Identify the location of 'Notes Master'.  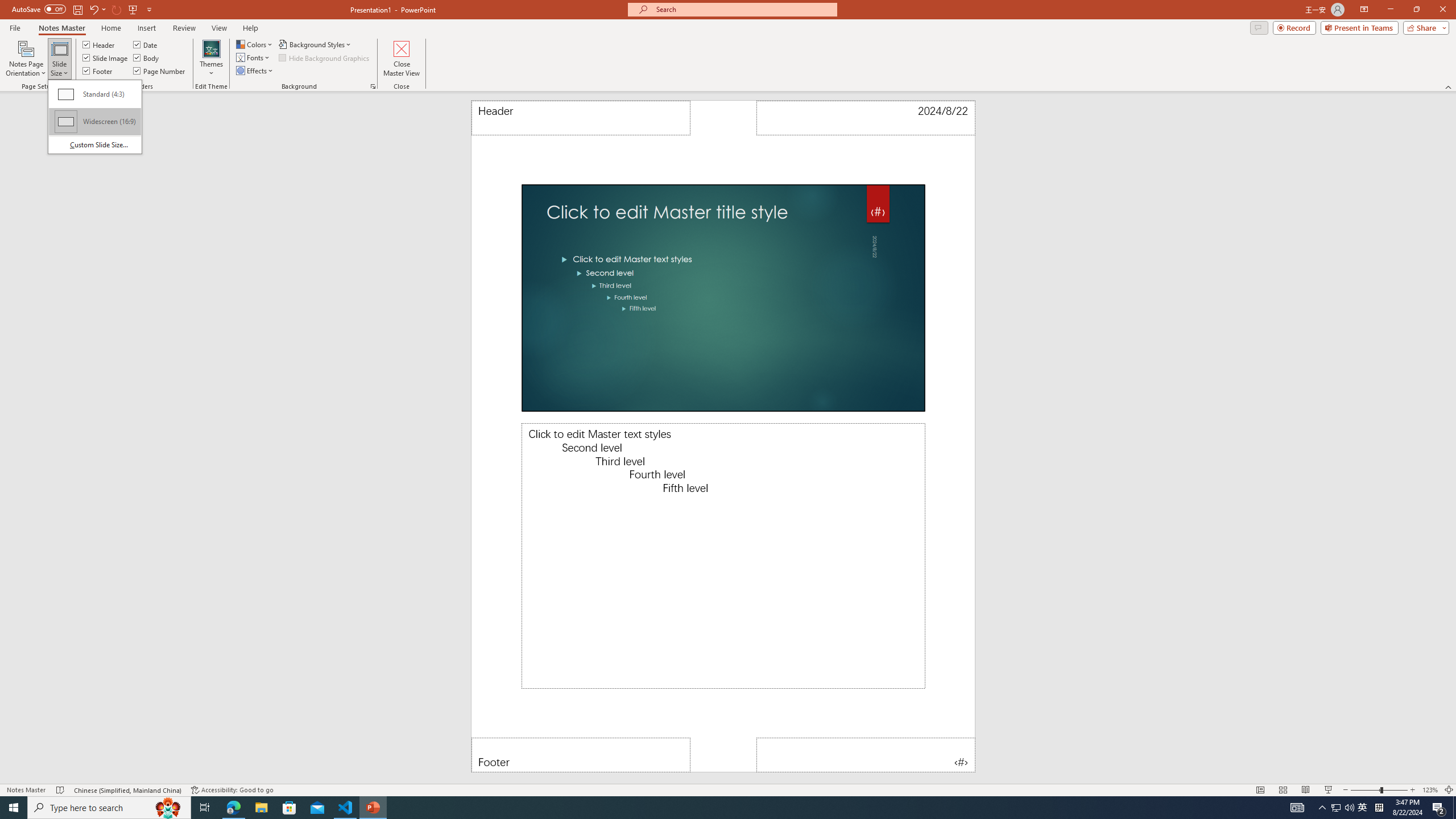
(61, 28).